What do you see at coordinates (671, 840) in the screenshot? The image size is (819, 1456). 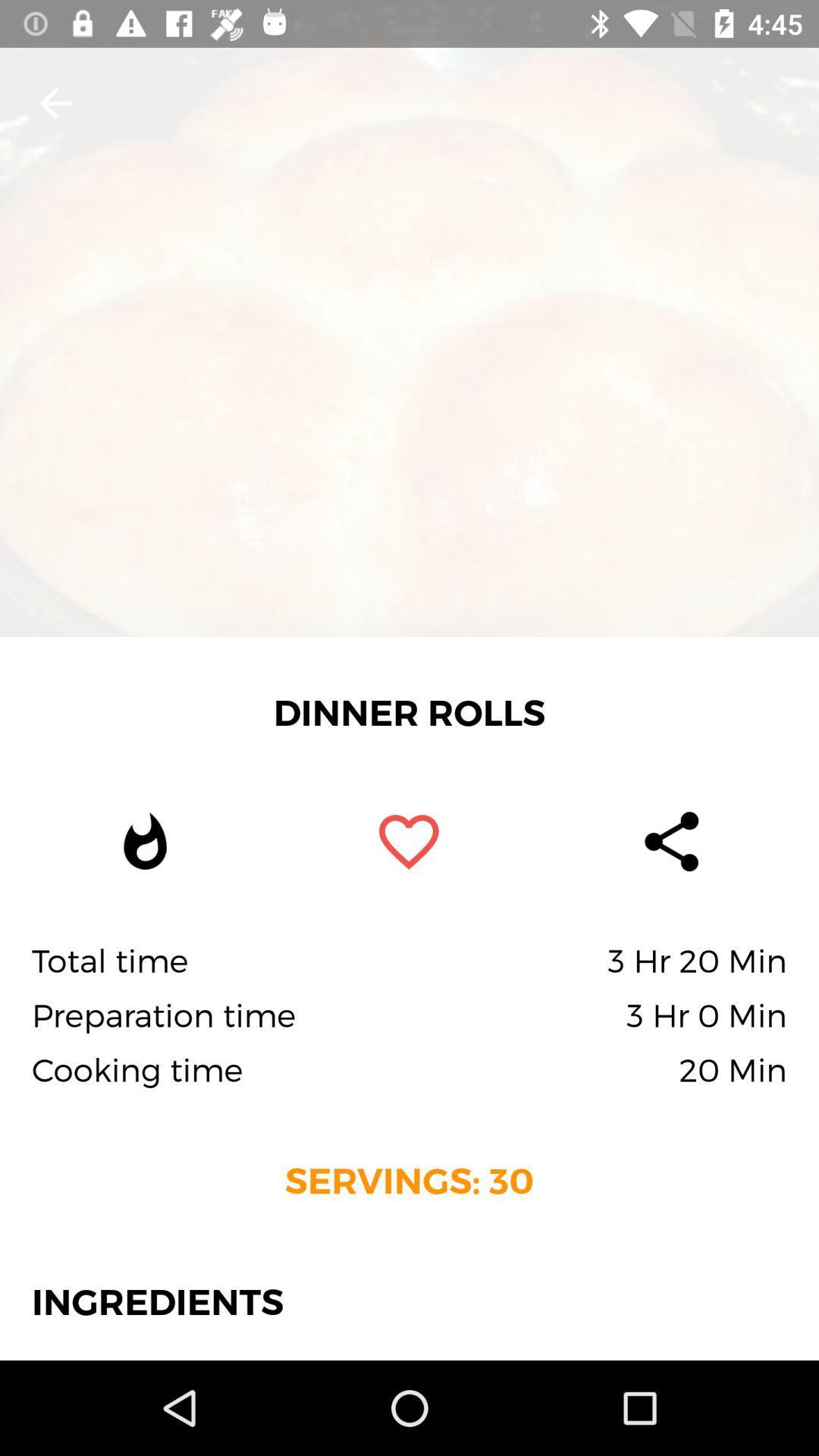 I see `the share button on the web page` at bounding box center [671, 840].